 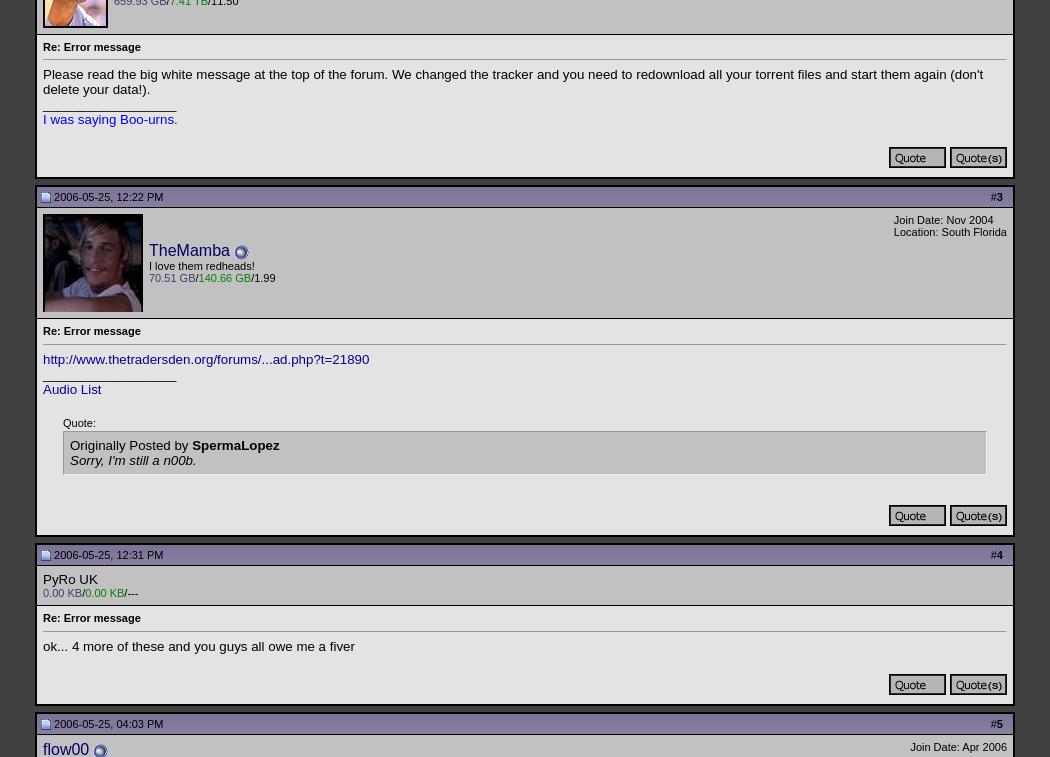 I want to click on 'Join Date: Apr 2006', so click(x=957, y=747).